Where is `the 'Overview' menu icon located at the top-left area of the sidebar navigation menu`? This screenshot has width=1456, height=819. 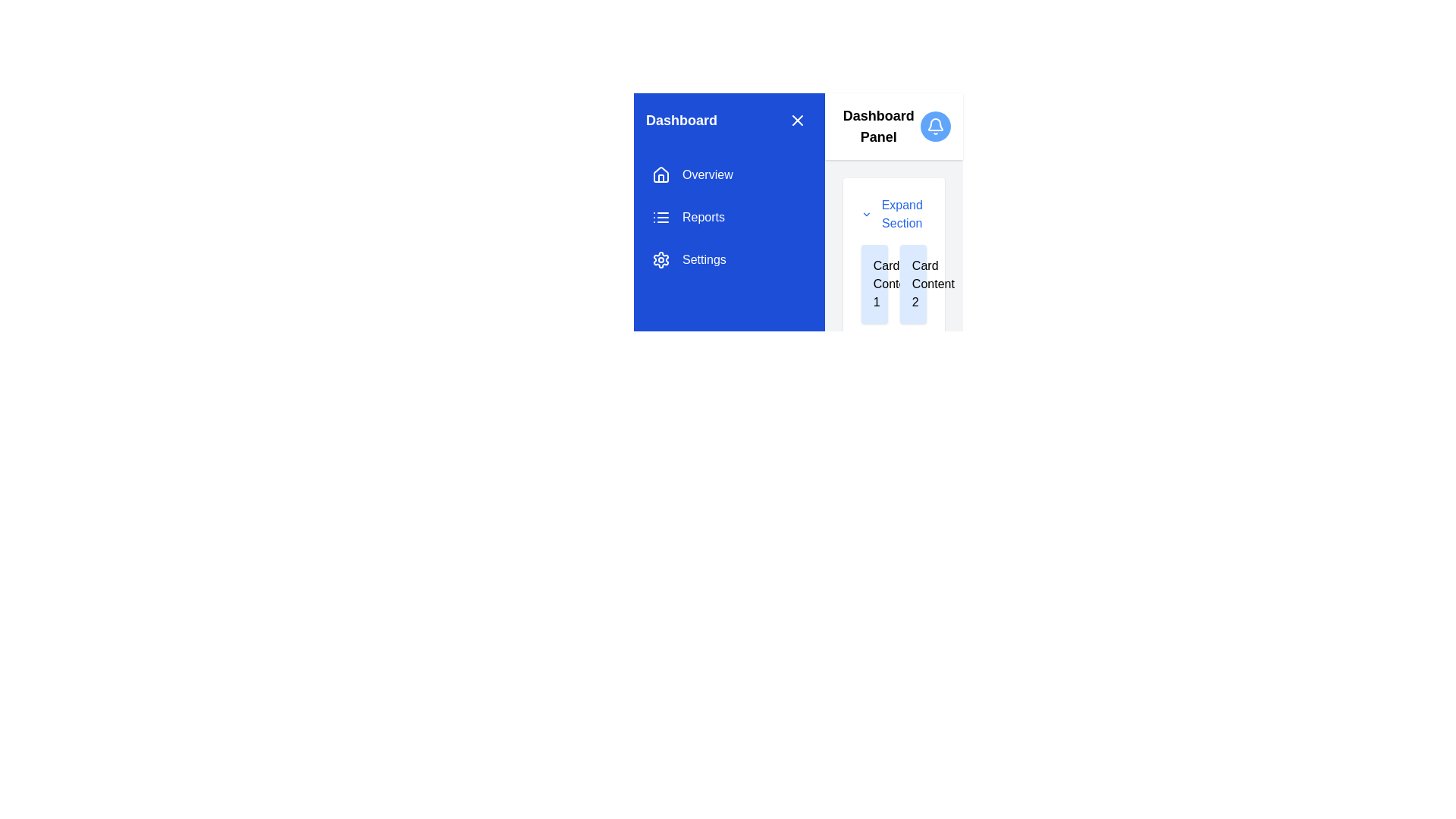 the 'Overview' menu icon located at the top-left area of the sidebar navigation menu is located at coordinates (661, 174).